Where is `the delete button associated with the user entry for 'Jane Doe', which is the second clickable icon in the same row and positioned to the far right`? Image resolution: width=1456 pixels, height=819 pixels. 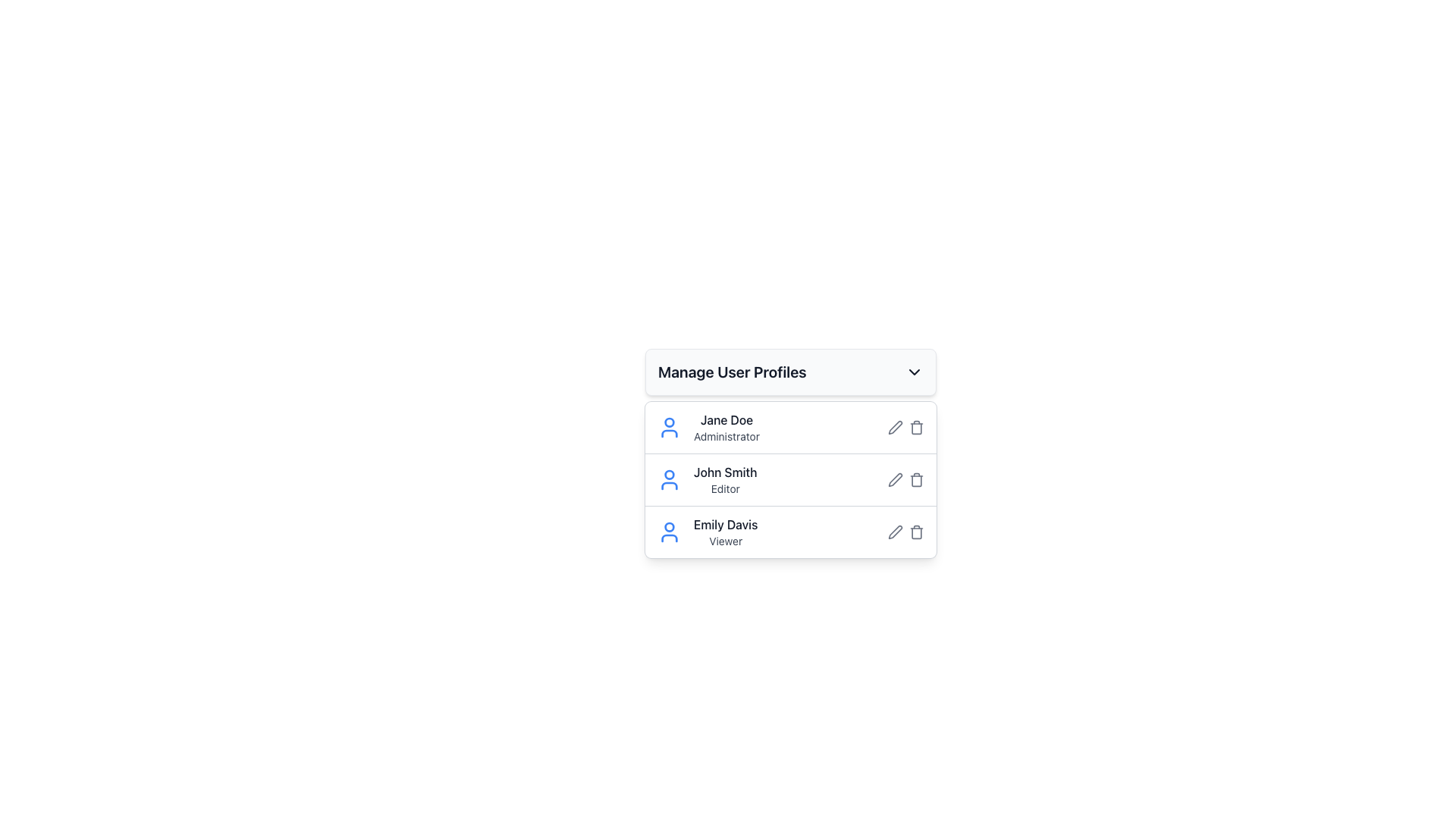
the delete button associated with the user entry for 'Jane Doe', which is the second clickable icon in the same row and positioned to the far right is located at coordinates (916, 427).